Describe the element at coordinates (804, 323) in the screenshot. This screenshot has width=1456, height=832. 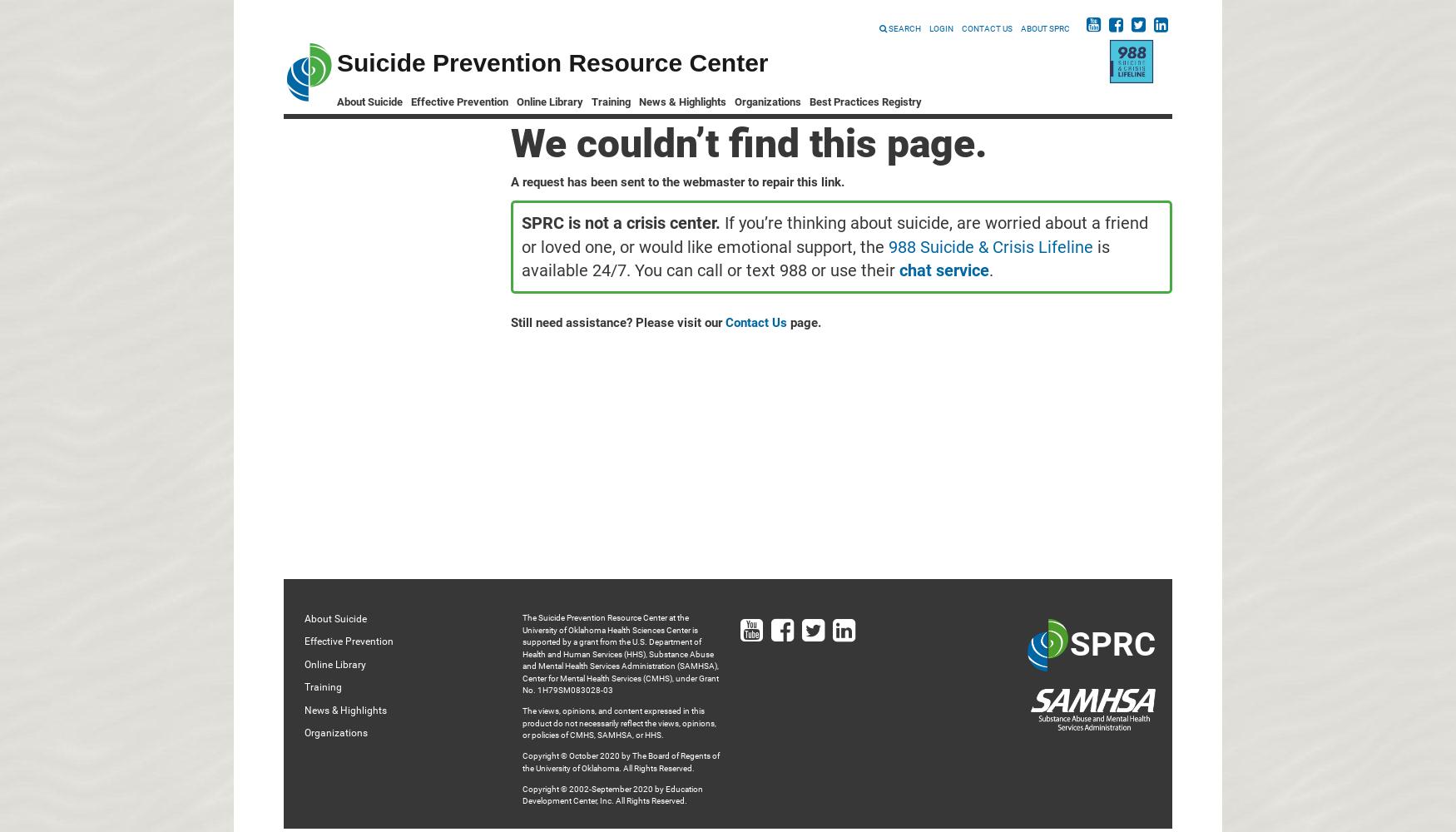
I see `'page.'` at that location.